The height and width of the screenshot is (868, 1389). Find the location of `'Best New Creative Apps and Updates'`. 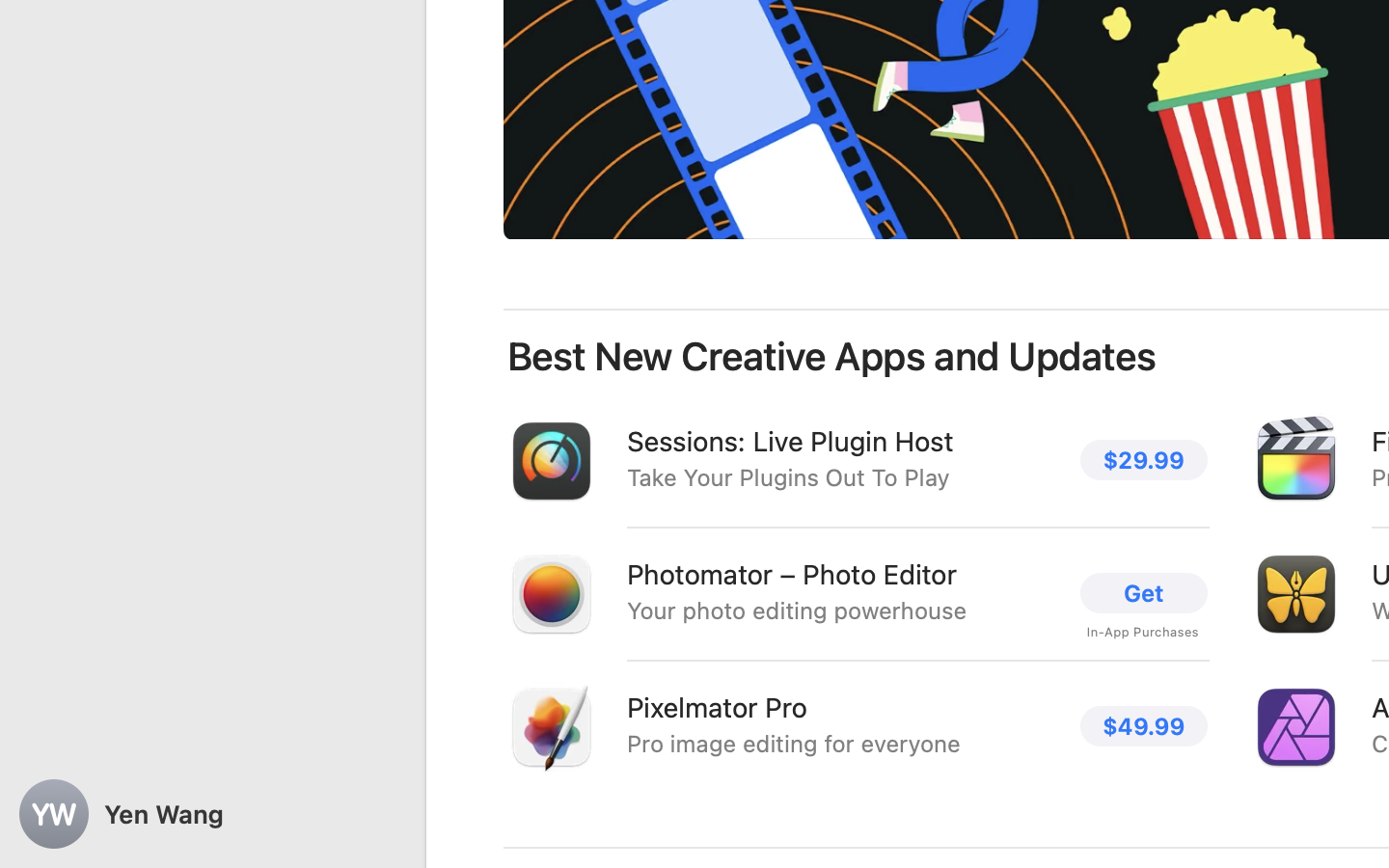

'Best New Creative Apps and Updates' is located at coordinates (831, 356).